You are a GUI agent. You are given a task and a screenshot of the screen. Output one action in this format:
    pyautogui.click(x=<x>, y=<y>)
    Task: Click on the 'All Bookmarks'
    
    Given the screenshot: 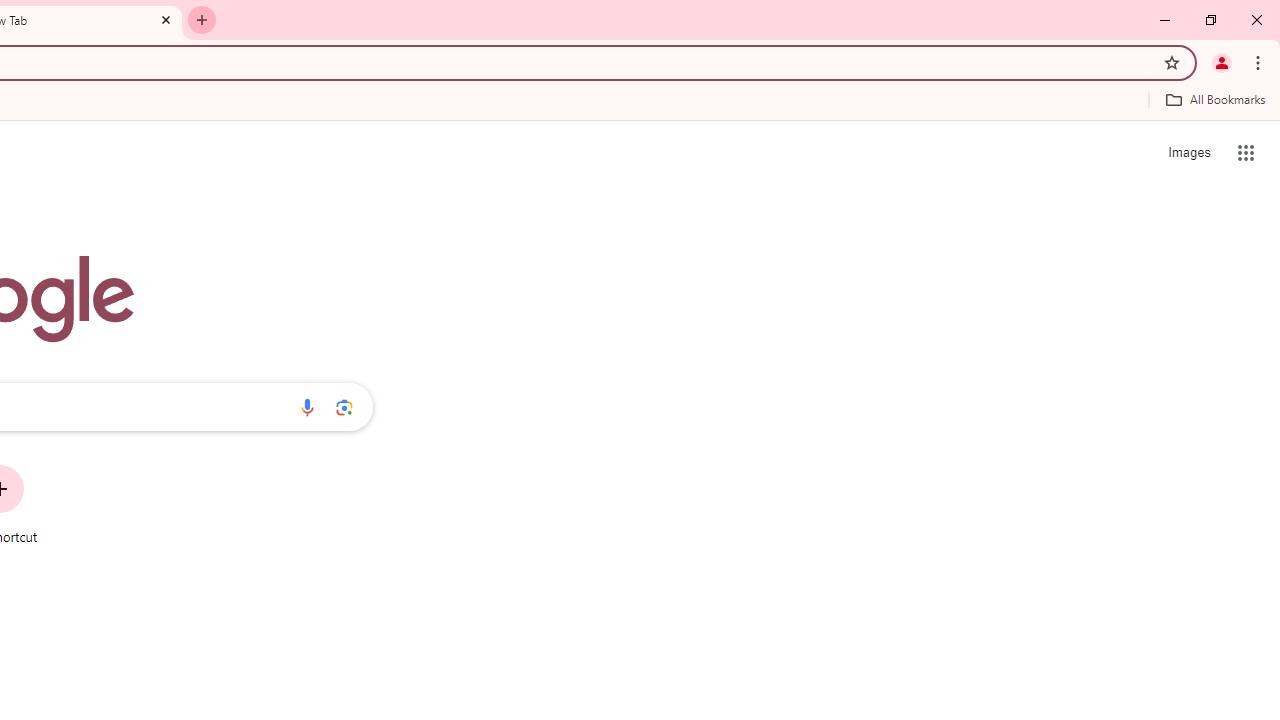 What is the action you would take?
    pyautogui.click(x=1214, y=99)
    